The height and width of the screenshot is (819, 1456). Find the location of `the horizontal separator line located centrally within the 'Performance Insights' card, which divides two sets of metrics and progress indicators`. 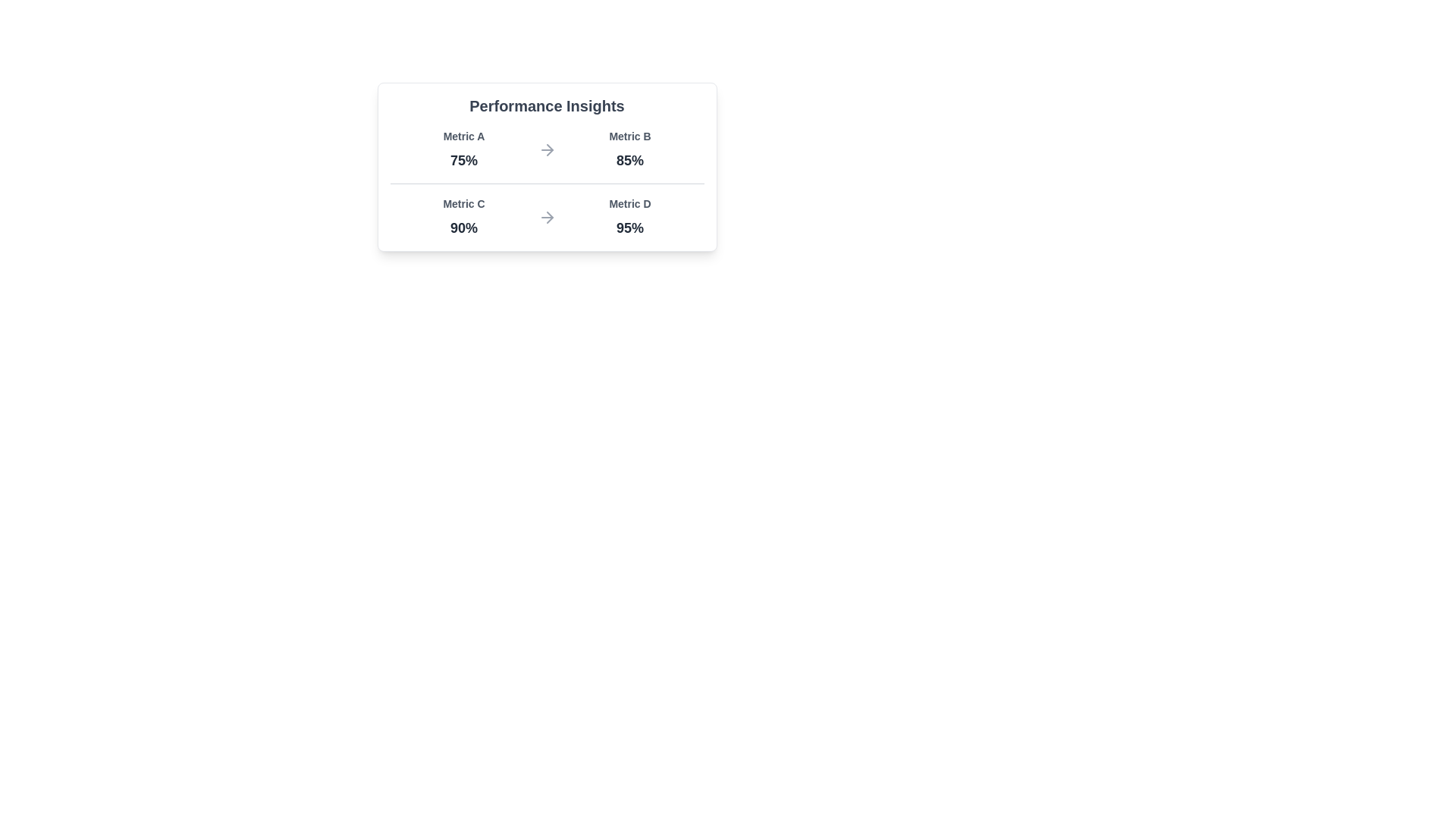

the horizontal separator line located centrally within the 'Performance Insights' card, which divides two sets of metrics and progress indicators is located at coordinates (546, 183).